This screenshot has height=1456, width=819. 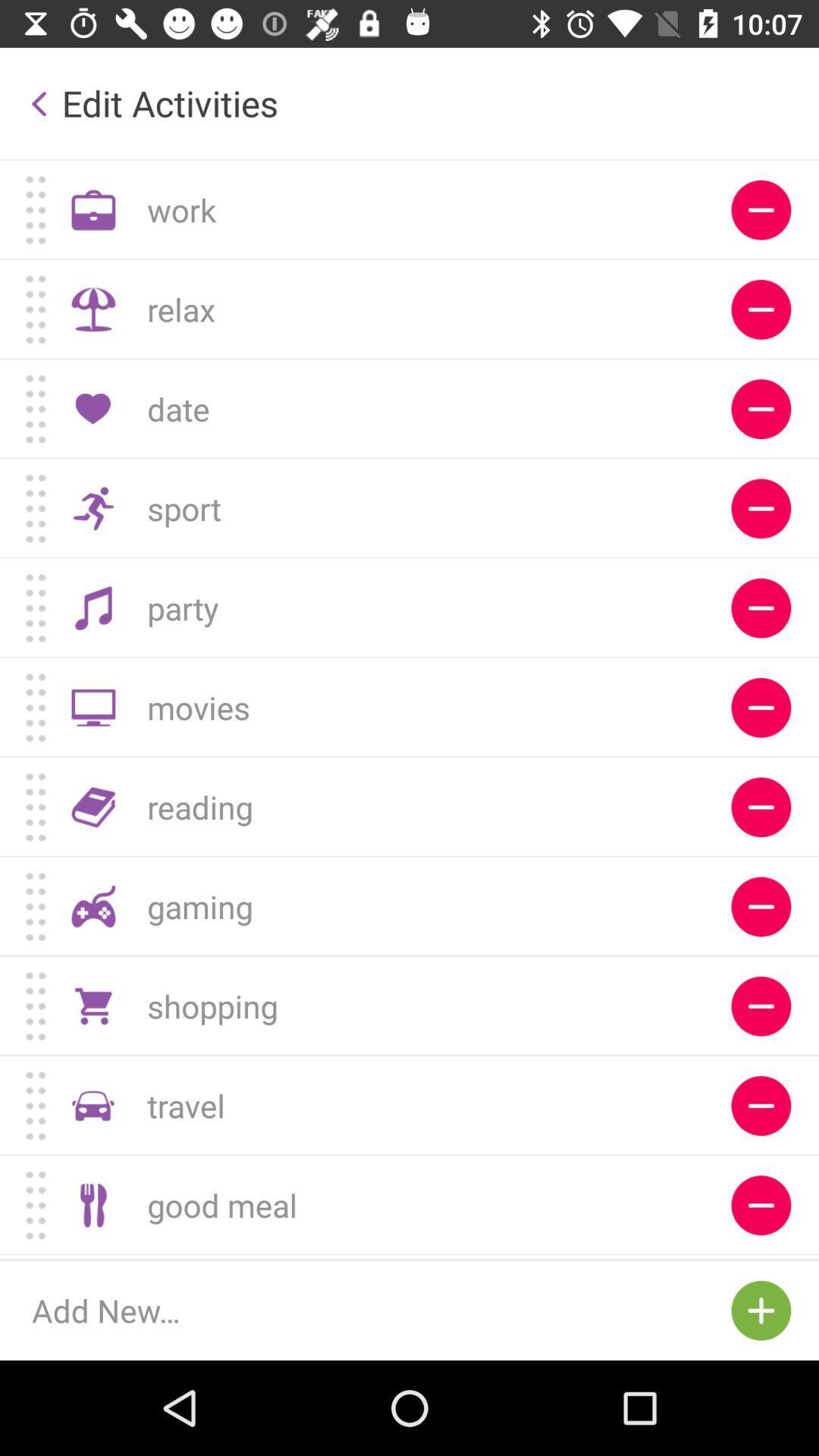 I want to click on remove list item, so click(x=761, y=409).